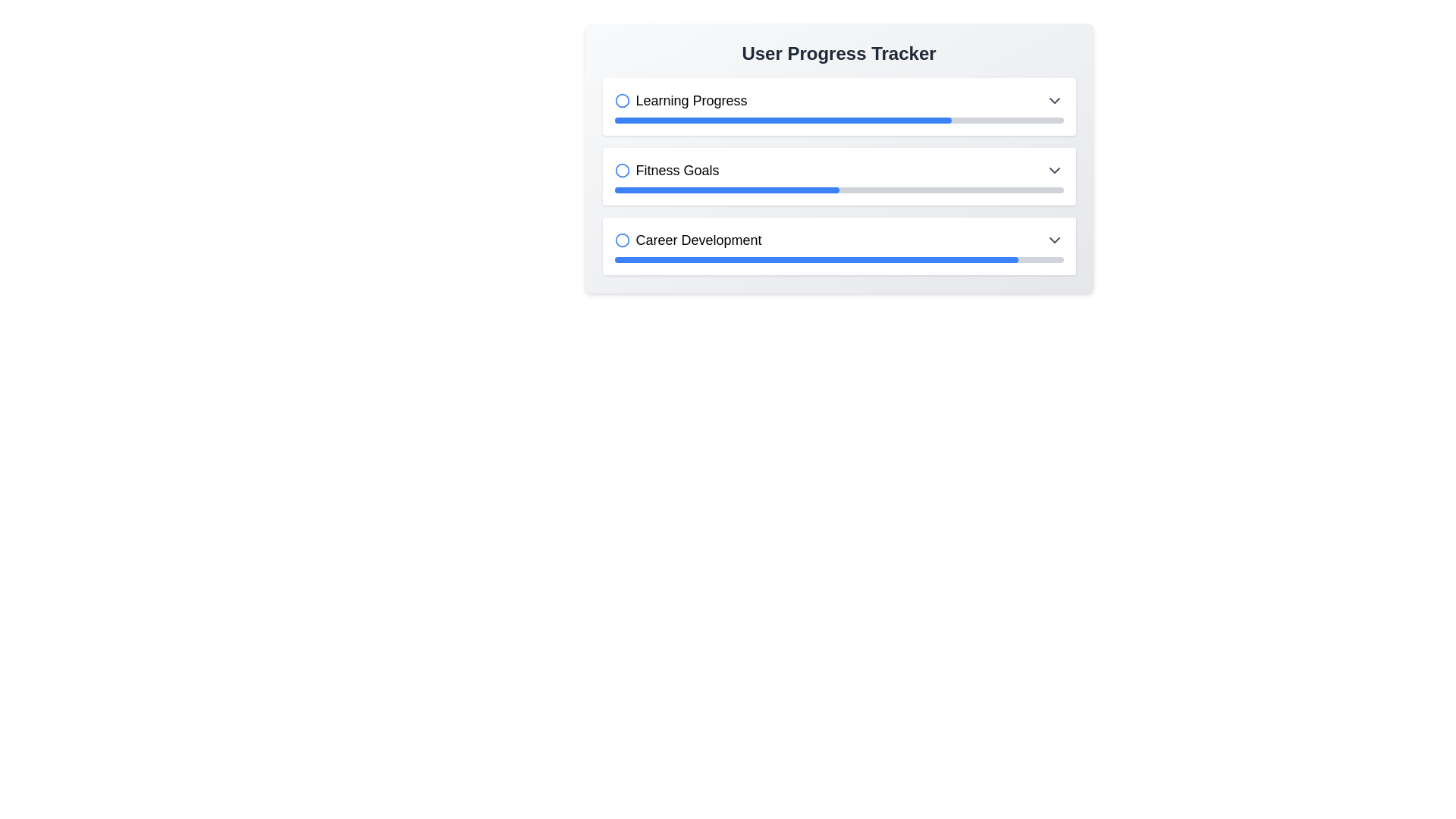  What do you see at coordinates (622, 239) in the screenshot?
I see `the 'Career Development' icon element located on the left side of its text label in the third row of the user progress tracker for accessibility purposes` at bounding box center [622, 239].